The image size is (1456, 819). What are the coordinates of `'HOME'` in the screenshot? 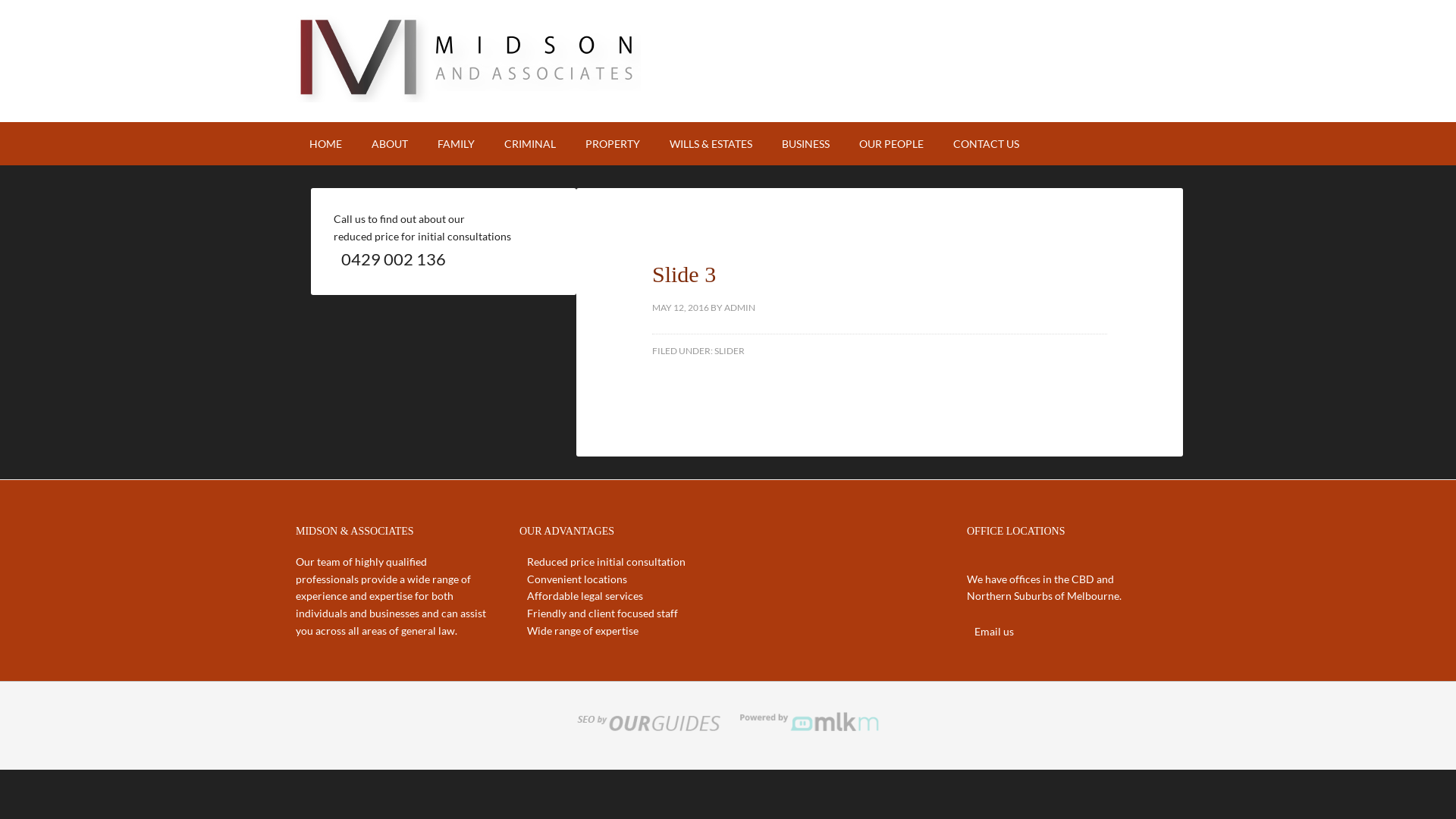 It's located at (325, 143).